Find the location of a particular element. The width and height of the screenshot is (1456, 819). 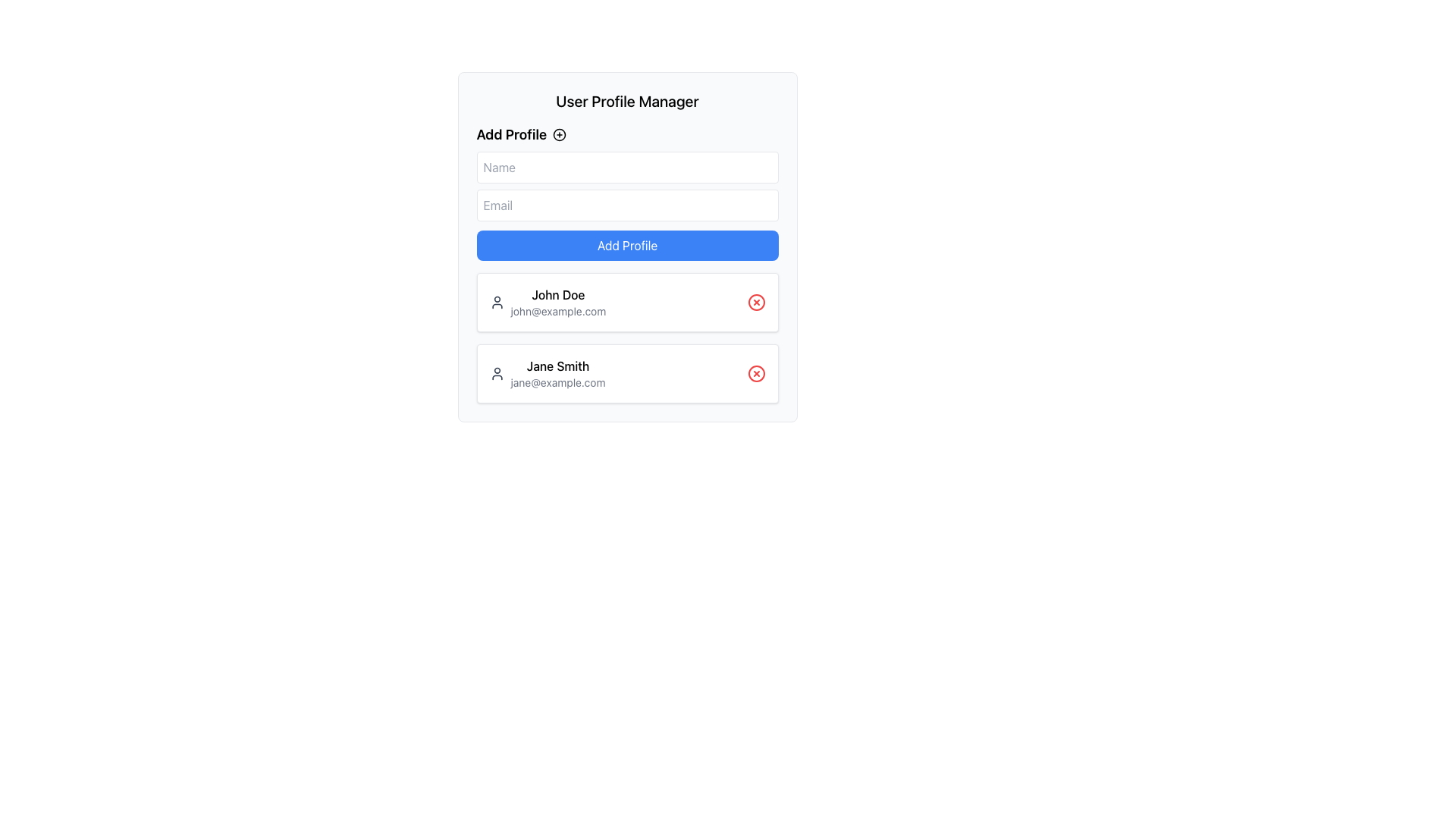

the icon indicating the addition of a profile, located at the top-left portion of the layout next to the 'Add Profile' text is located at coordinates (559, 133).